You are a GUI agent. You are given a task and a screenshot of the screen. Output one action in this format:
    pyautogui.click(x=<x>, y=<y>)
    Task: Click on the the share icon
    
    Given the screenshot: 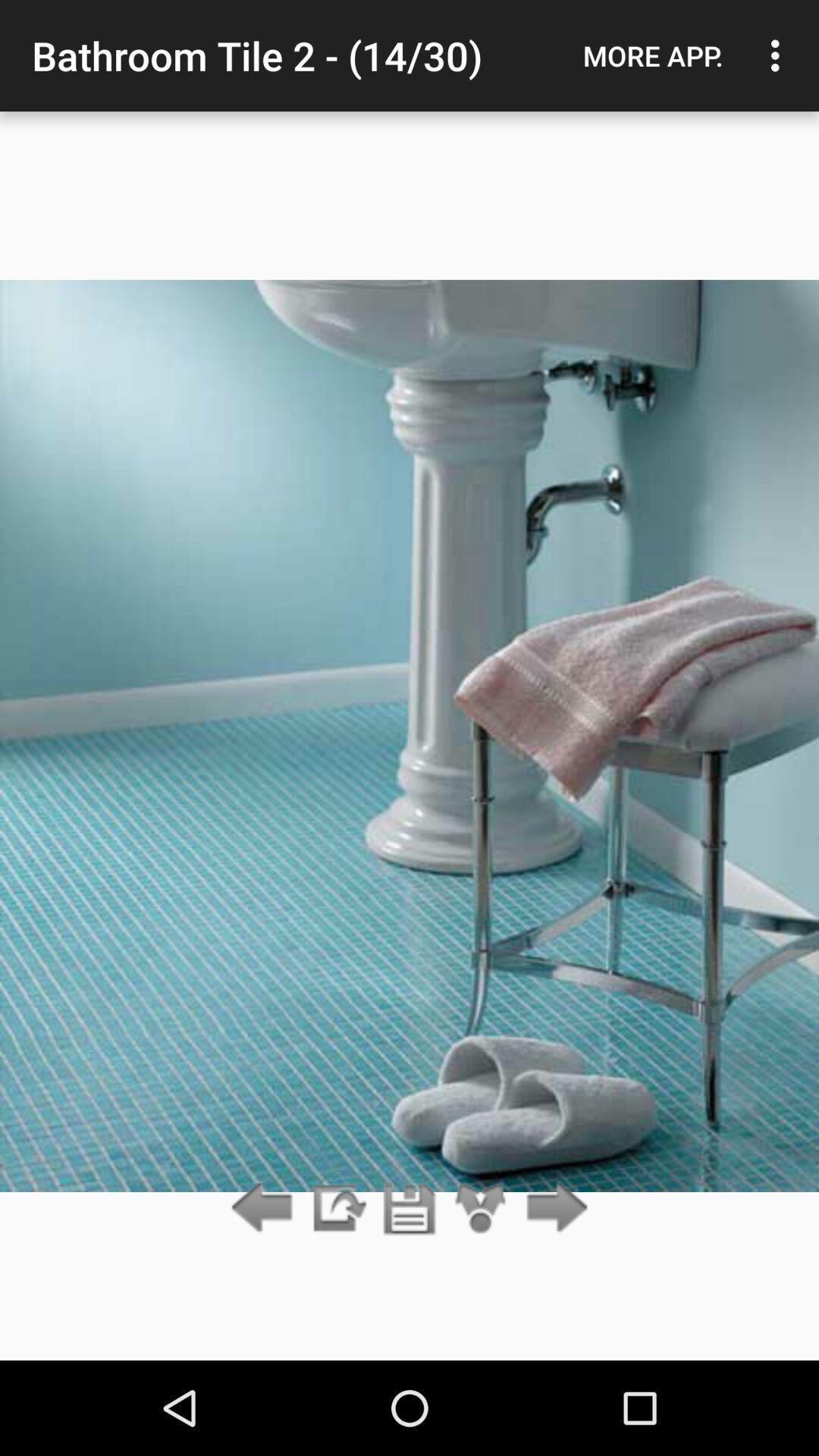 What is the action you would take?
    pyautogui.click(x=481, y=1208)
    